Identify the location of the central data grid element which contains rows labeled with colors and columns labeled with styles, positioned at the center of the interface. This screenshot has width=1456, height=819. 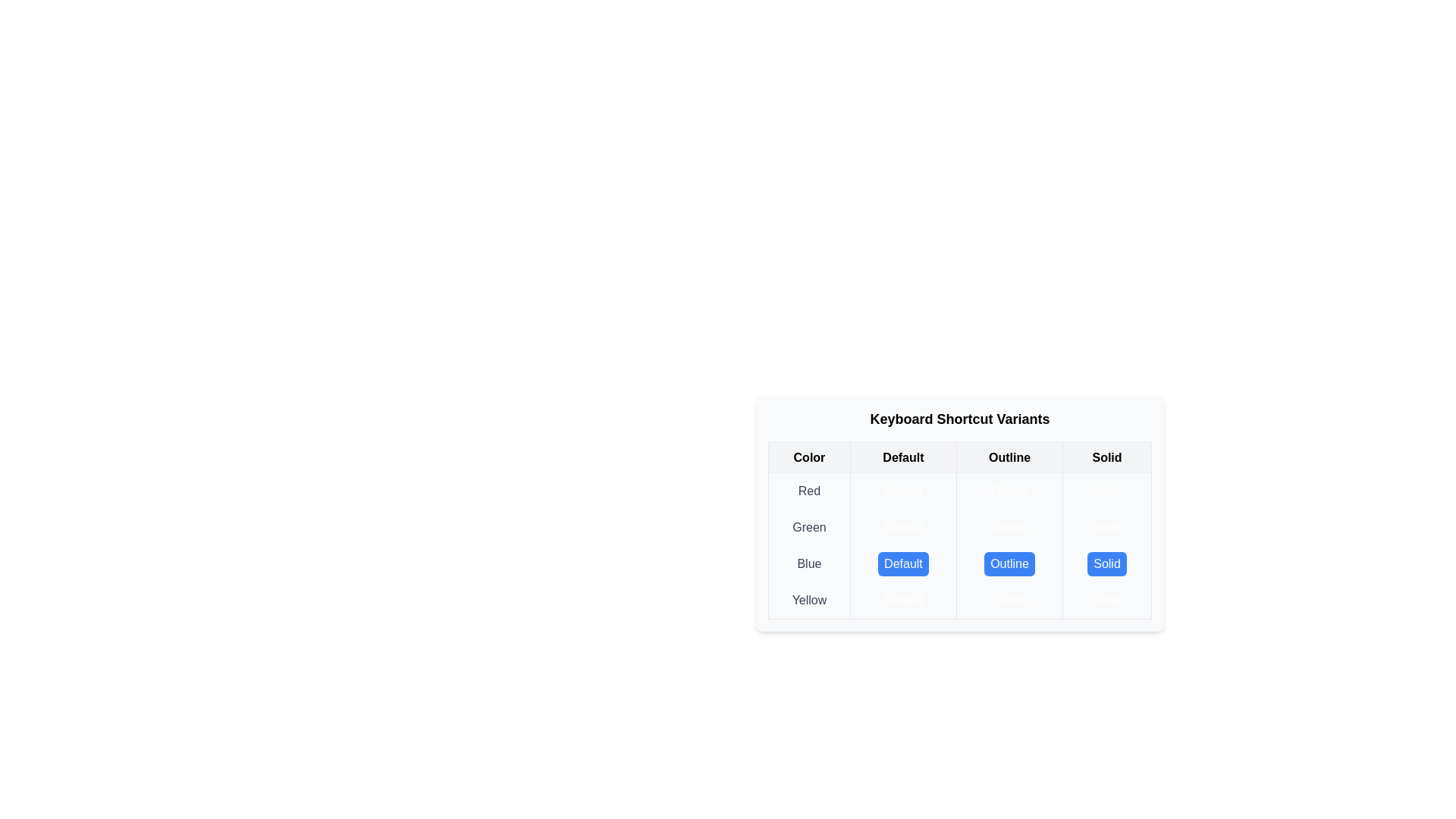
(959, 546).